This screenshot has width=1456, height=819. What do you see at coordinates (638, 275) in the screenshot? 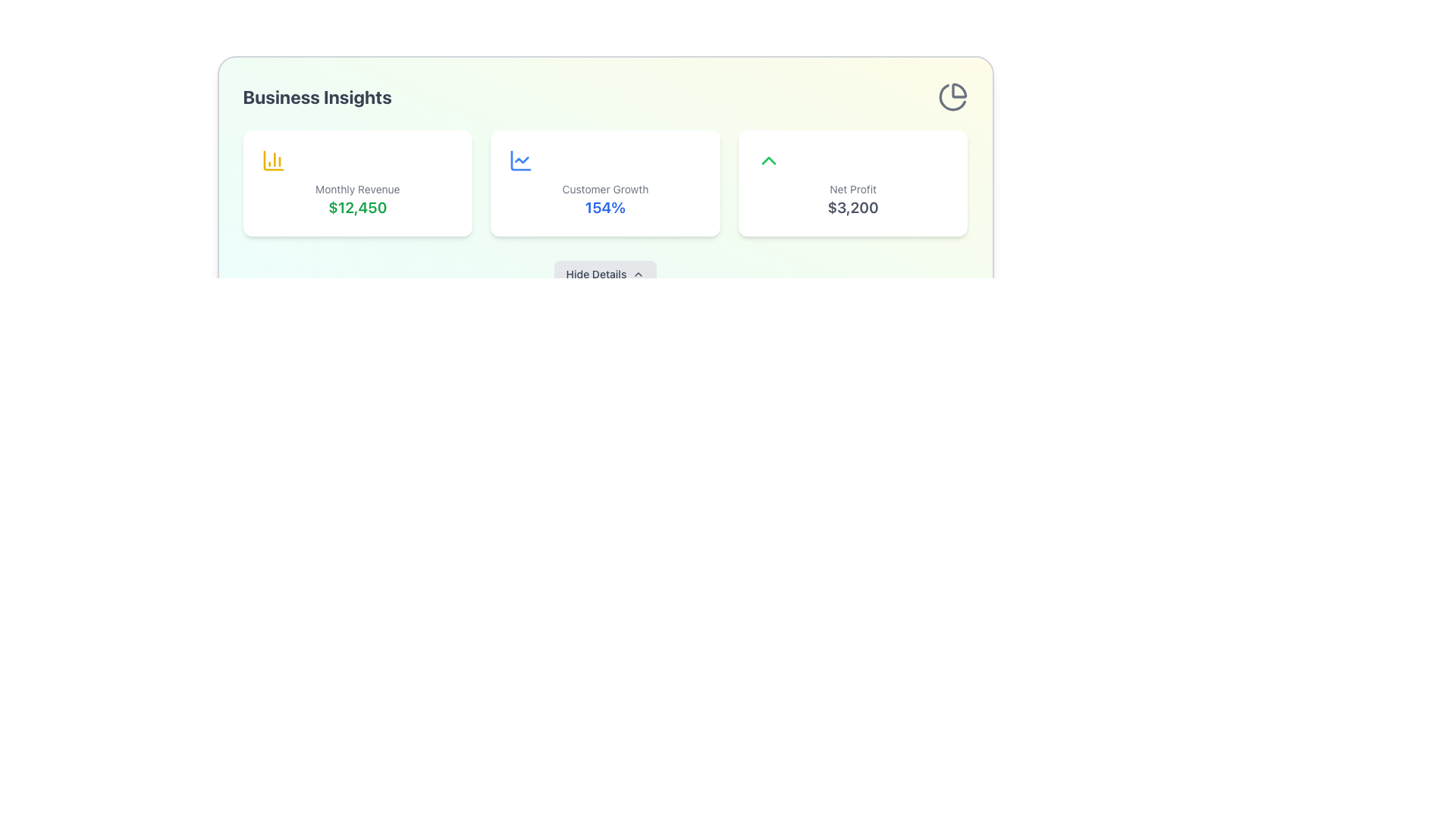
I see `the icon located to the right of the 'Hide Details' button, which indicates the action to hide or collapse content` at bounding box center [638, 275].